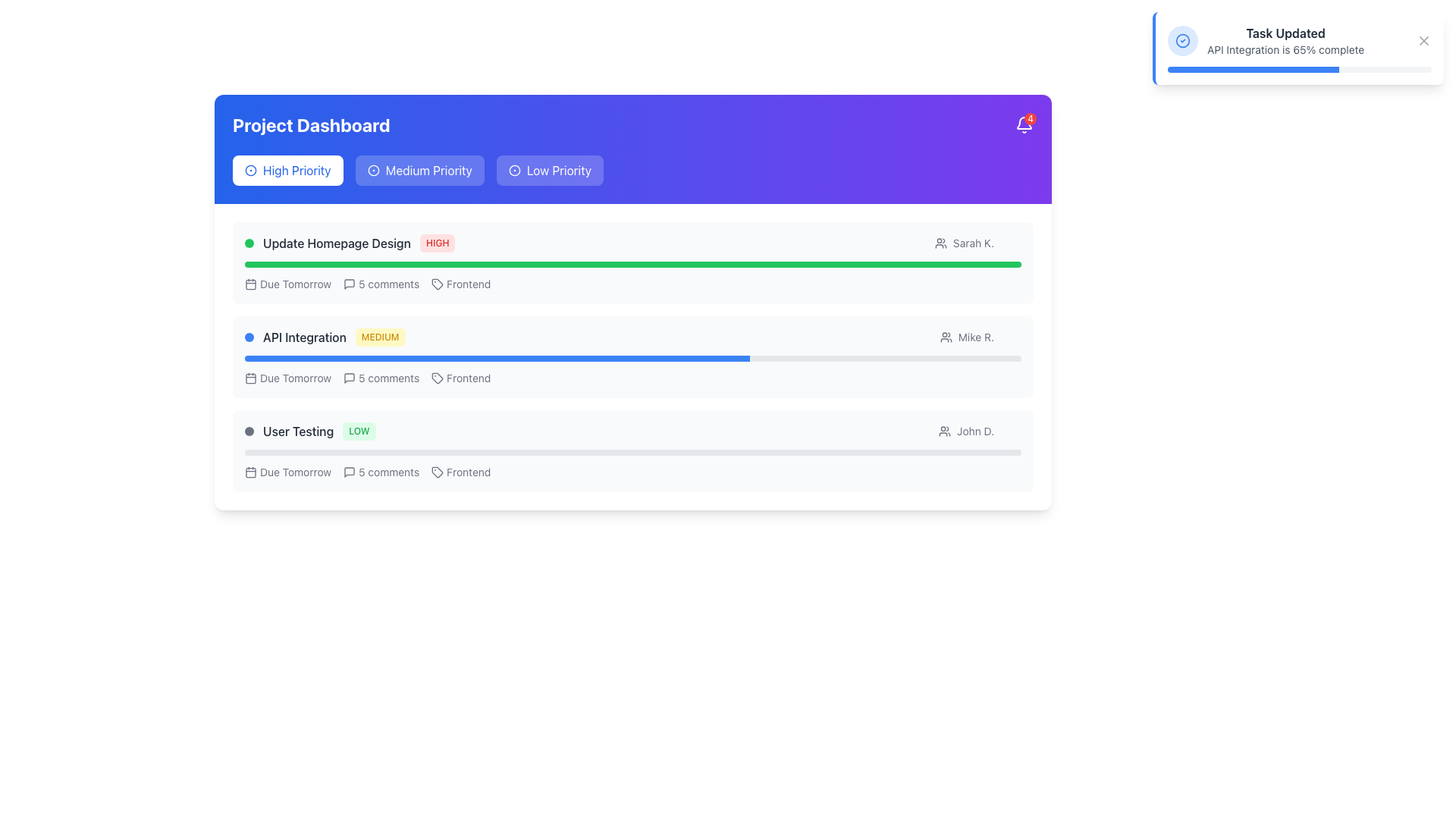  What do you see at coordinates (381, 284) in the screenshot?
I see `text '5 comments' displayed in light gray color, which is accompanied by a speech bubble icon, located in the 'Update Homepage Design' section between 'Due Tomorrow' and 'Frontend'` at bounding box center [381, 284].